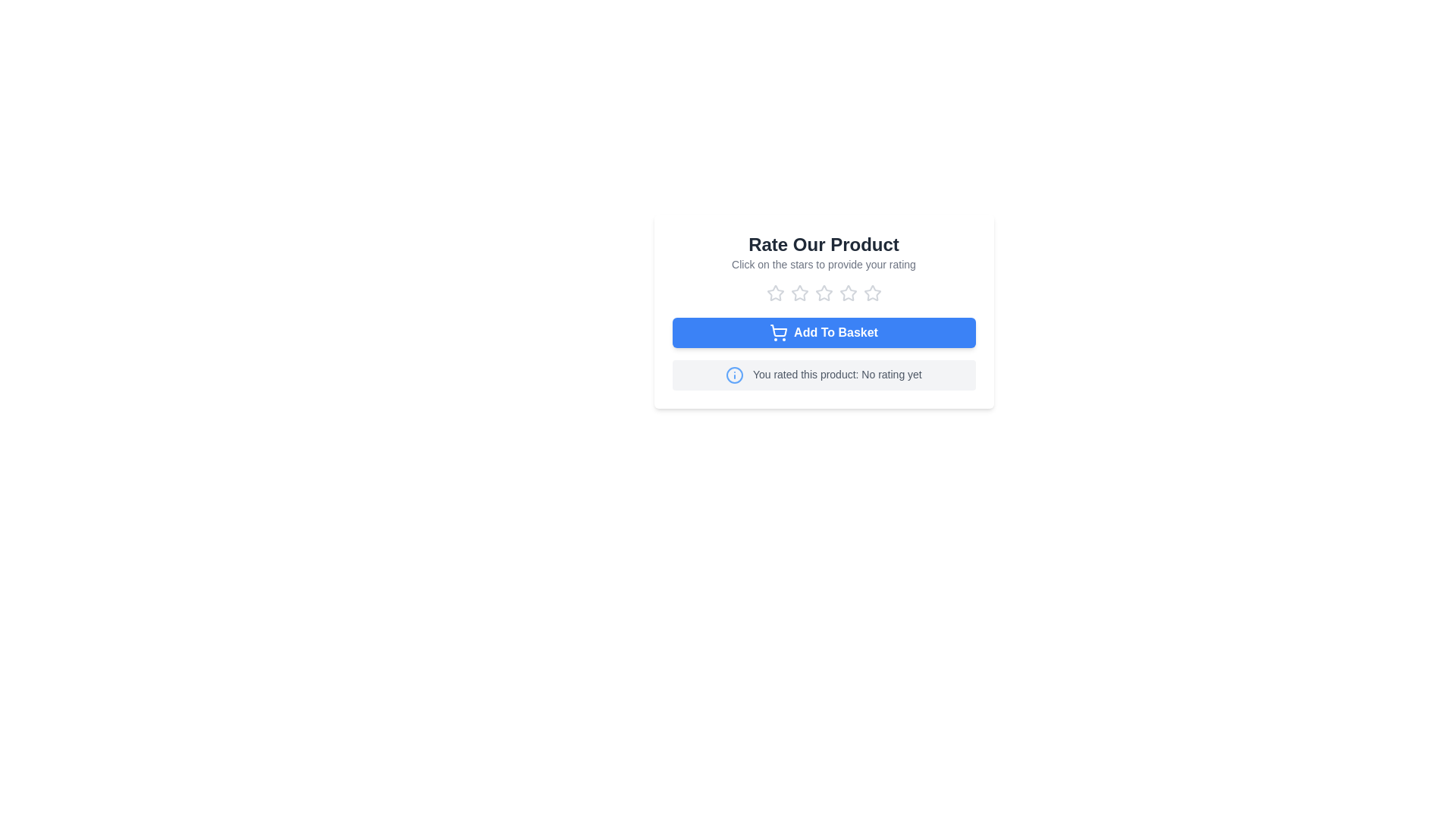 Image resolution: width=1456 pixels, height=819 pixels. I want to click on the icon located to the left of the text message 'You rated this product: No rating yet' in the bottom section of the rating panel, so click(735, 375).